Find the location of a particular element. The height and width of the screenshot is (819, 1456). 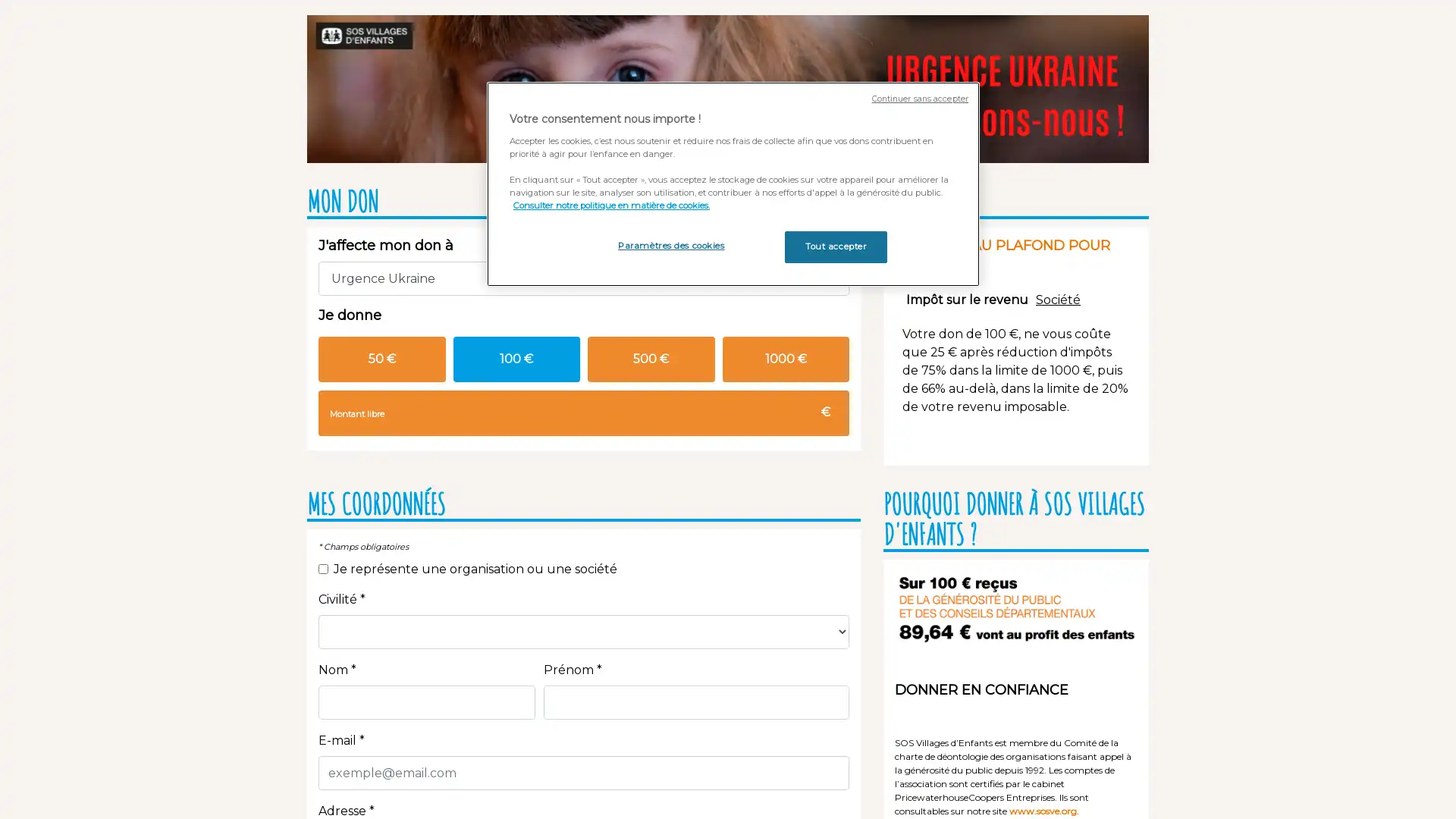

Affiche le contenu de defiscalisation pour is located at coordinates (1057, 299).